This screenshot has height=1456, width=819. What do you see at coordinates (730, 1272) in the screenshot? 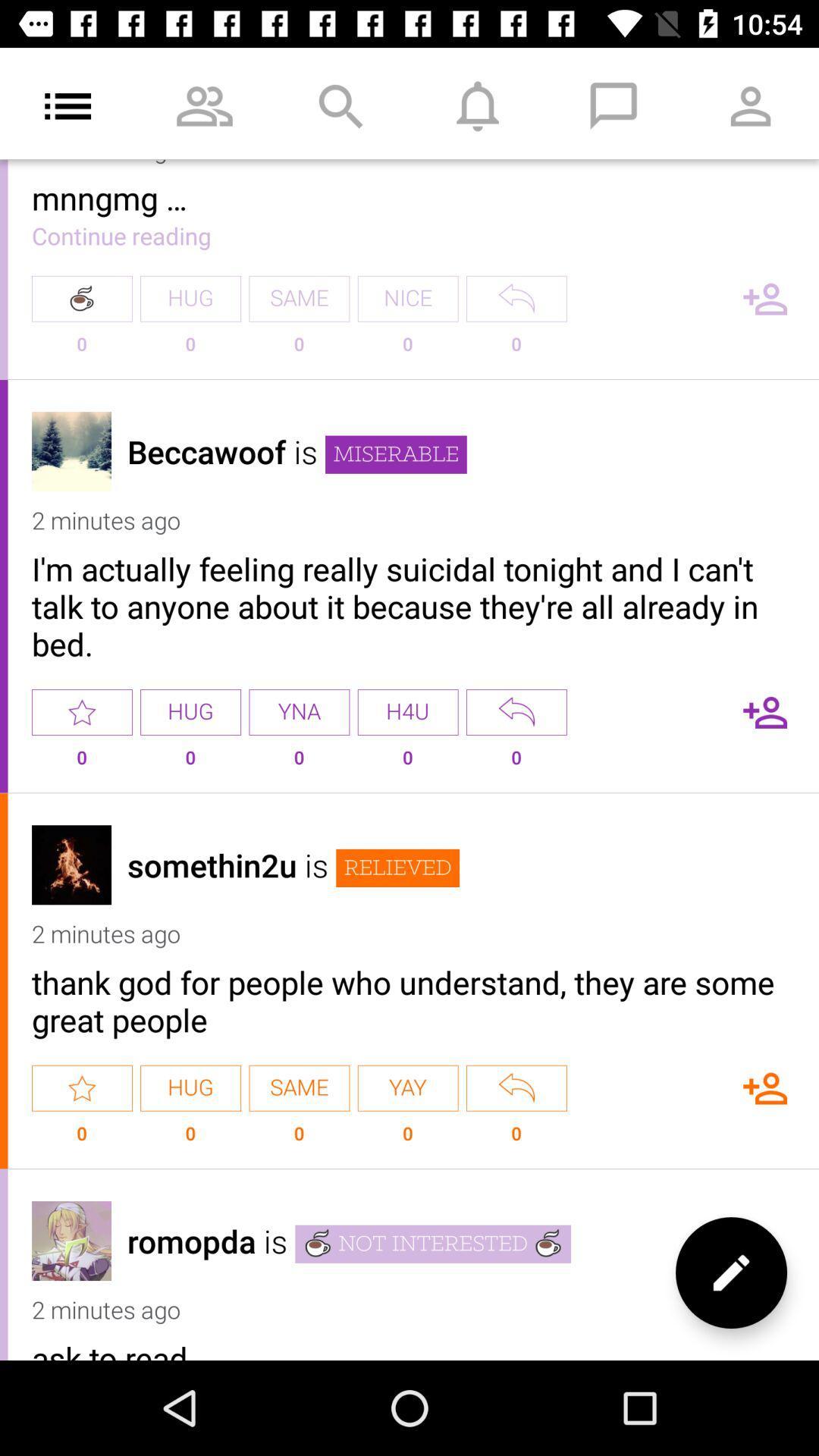
I see `the edit option` at bounding box center [730, 1272].